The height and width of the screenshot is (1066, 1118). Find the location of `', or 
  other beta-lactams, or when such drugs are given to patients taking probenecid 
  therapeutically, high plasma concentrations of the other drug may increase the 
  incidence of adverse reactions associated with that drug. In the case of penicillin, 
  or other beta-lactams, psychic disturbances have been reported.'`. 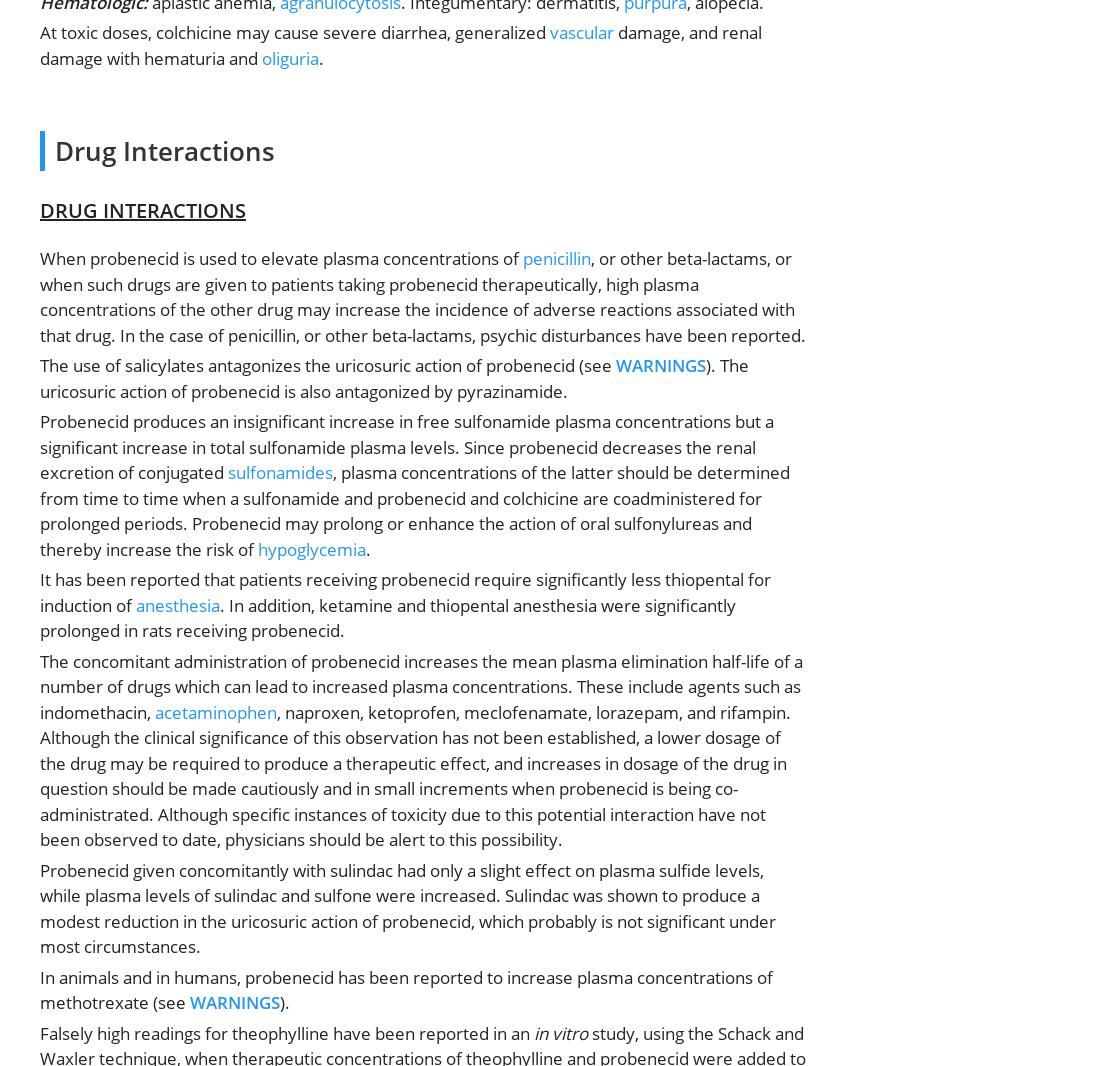

', or 
  other beta-lactams, or when such drugs are given to patients taking probenecid 
  therapeutically, high plasma concentrations of the other drug may increase the 
  incidence of adverse reactions associated with that drug. In the case of penicillin, 
  or other beta-lactams, psychic disturbances have been reported.' is located at coordinates (422, 296).